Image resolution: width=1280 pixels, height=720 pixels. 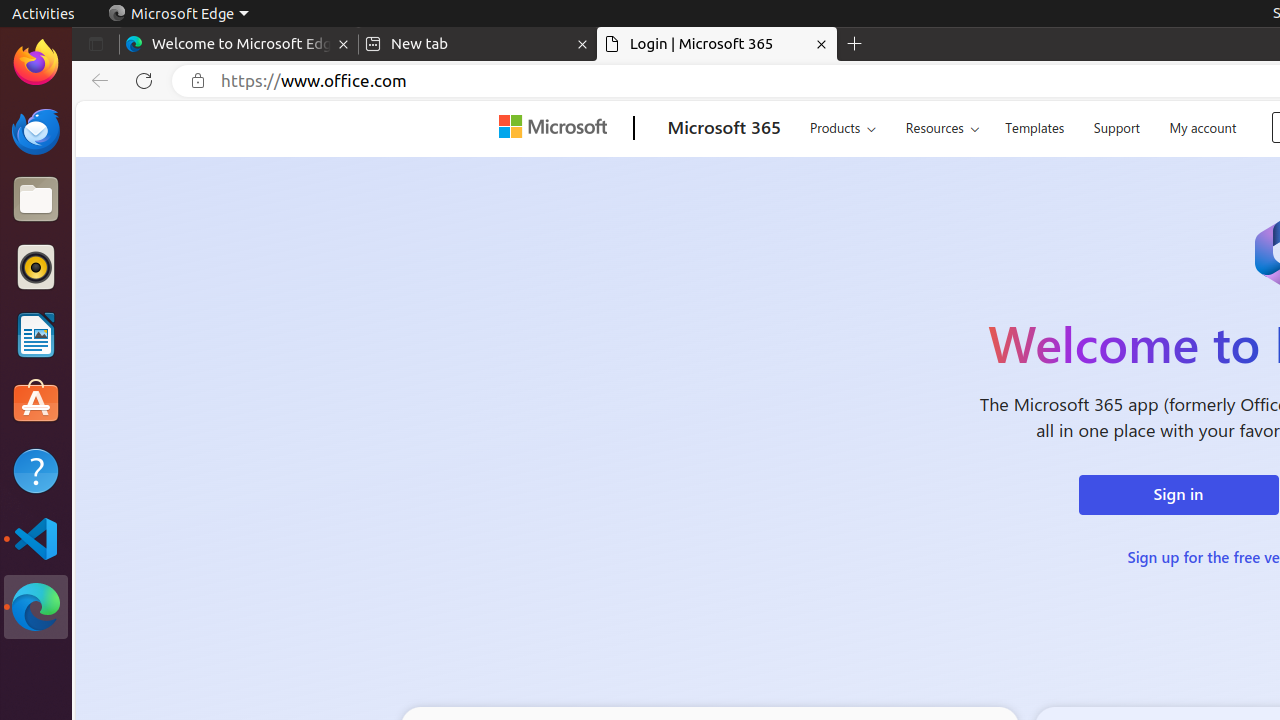 What do you see at coordinates (95, 43) in the screenshot?
I see `'Tab actions menu'` at bounding box center [95, 43].